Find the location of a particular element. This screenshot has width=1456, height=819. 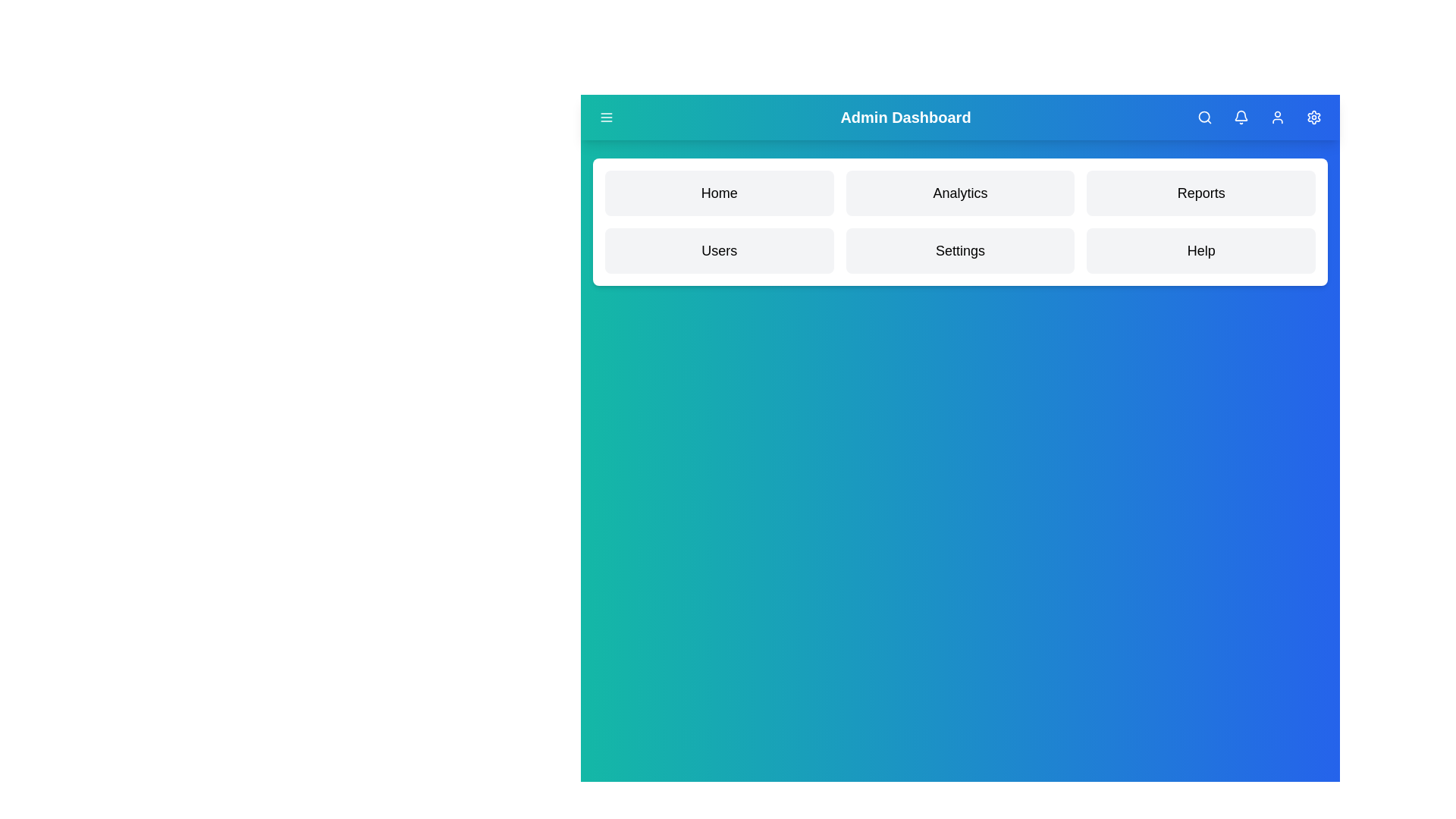

the user icon located in the top-right corner of the app bar is located at coordinates (1276, 116).